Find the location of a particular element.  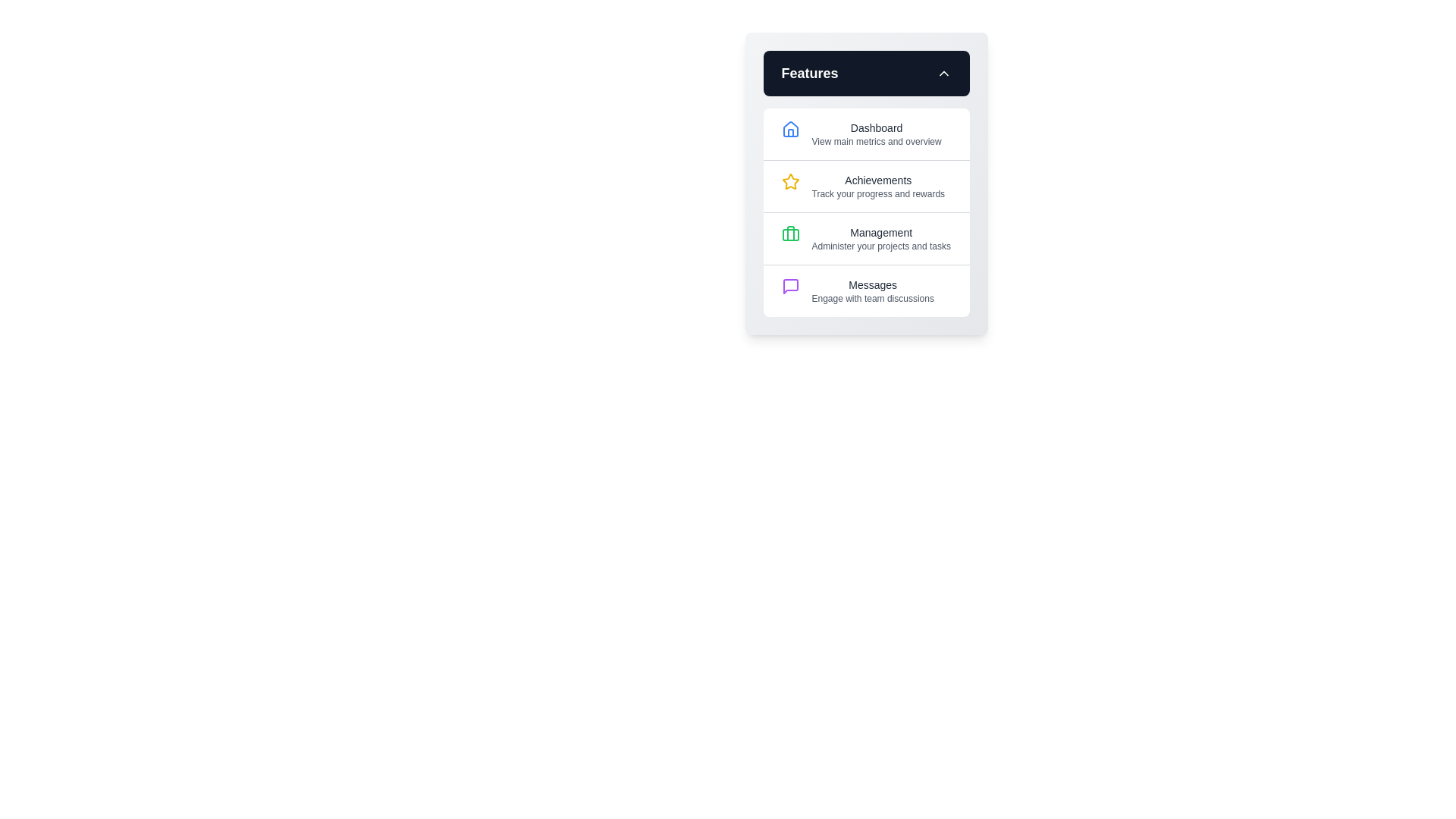

the descriptive text label located directly under the 'Messages' title in the 'Features' card is located at coordinates (873, 298).